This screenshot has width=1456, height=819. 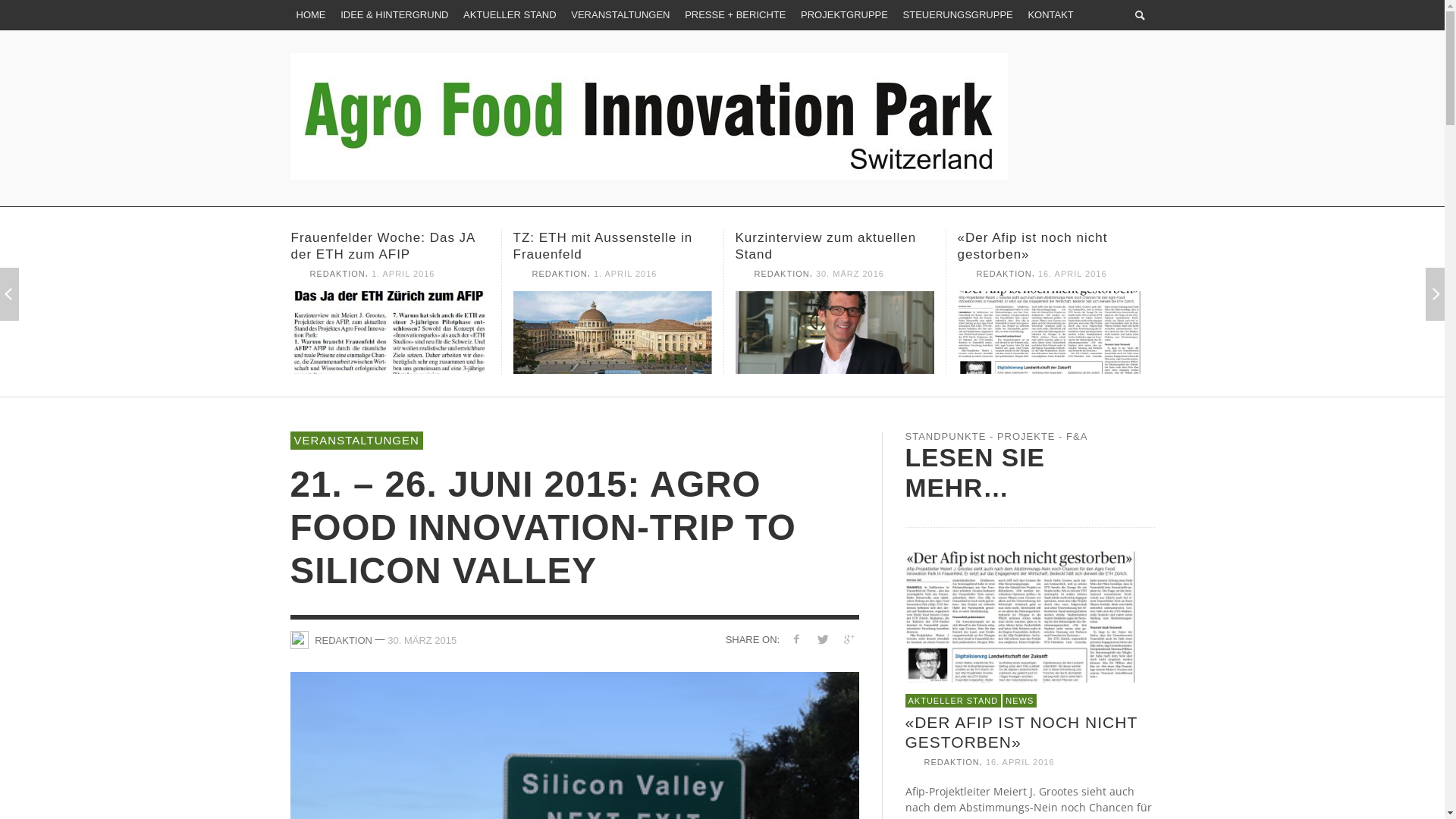 I want to click on 'Share on Facebook', so click(x=795, y=639).